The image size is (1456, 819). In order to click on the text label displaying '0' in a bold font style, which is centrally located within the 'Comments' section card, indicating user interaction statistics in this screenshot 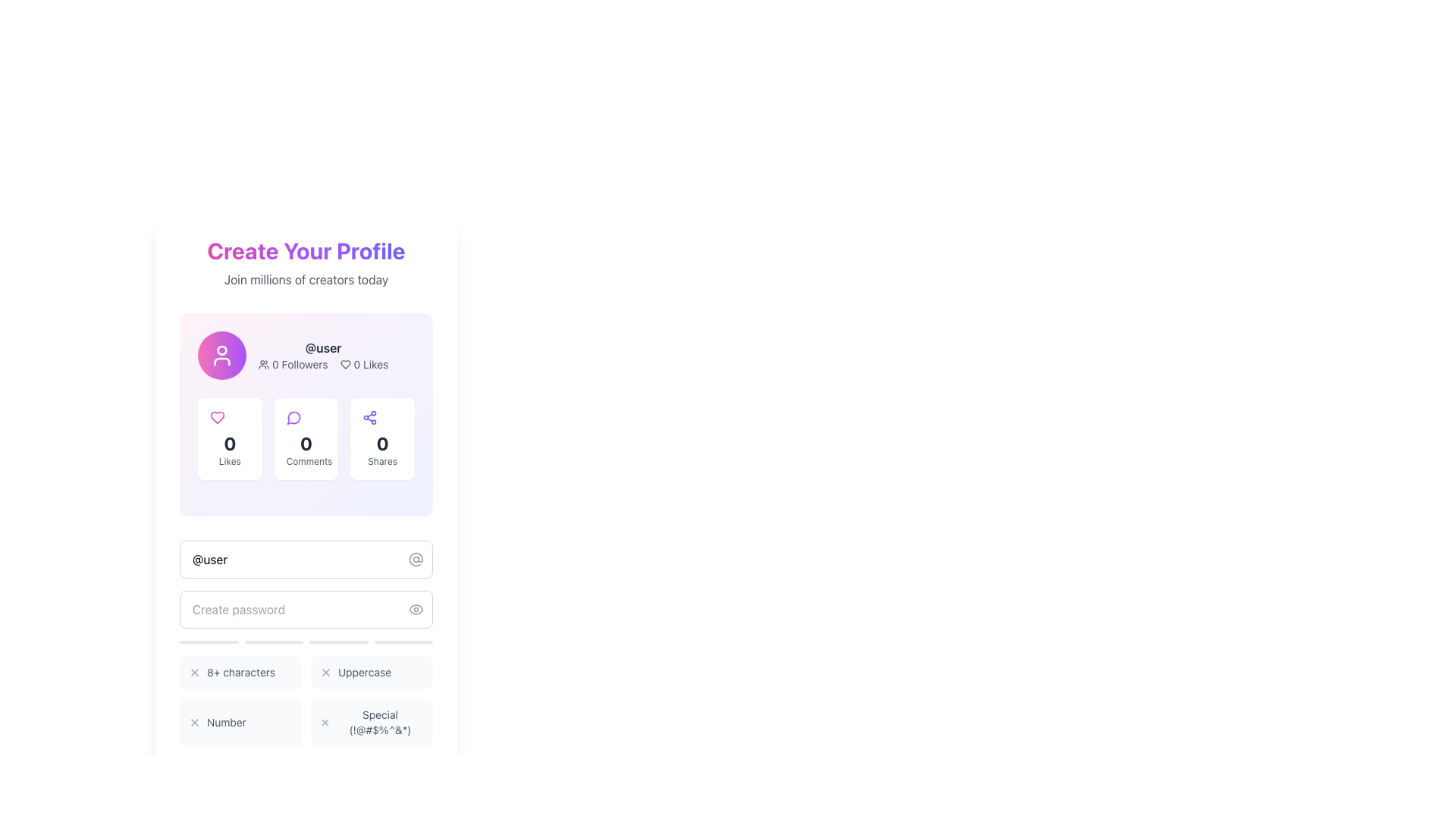, I will do `click(305, 444)`.